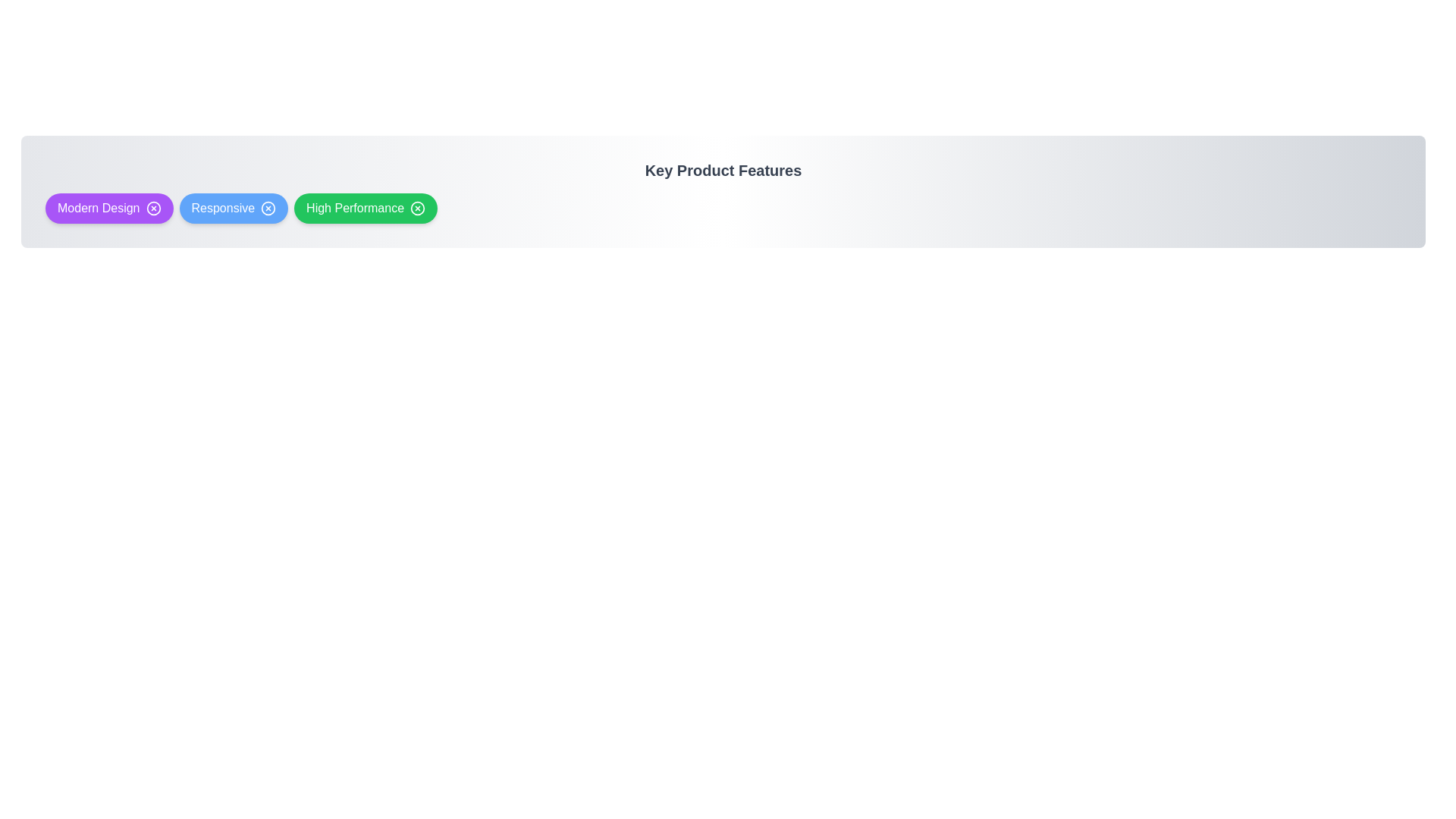 This screenshot has width=1456, height=819. What do you see at coordinates (418, 208) in the screenshot?
I see `remove button for the feature High Performance` at bounding box center [418, 208].